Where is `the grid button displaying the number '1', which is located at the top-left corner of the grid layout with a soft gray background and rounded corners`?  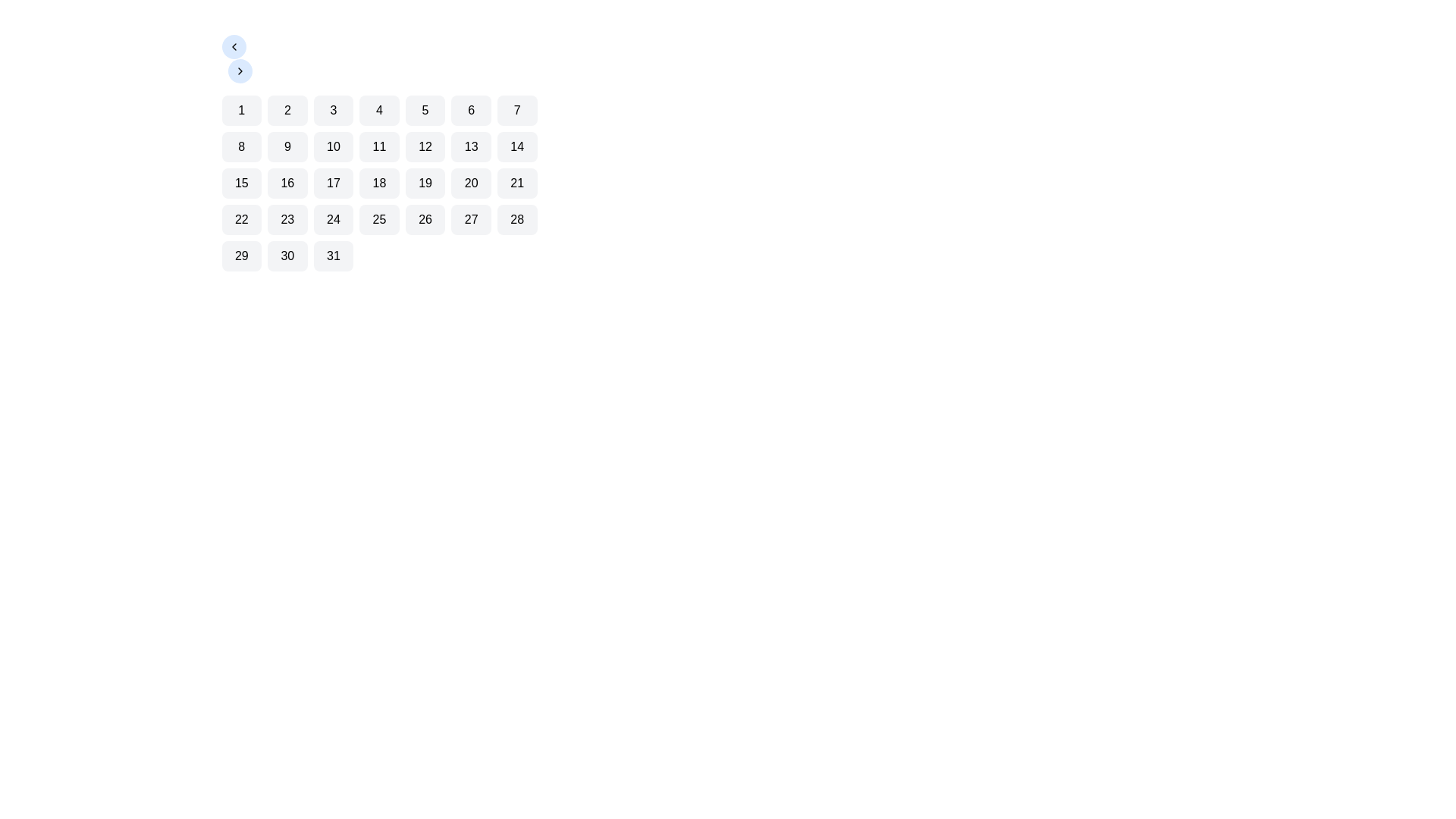
the grid button displaying the number '1', which is located at the top-left corner of the grid layout with a soft gray background and rounded corners is located at coordinates (240, 110).